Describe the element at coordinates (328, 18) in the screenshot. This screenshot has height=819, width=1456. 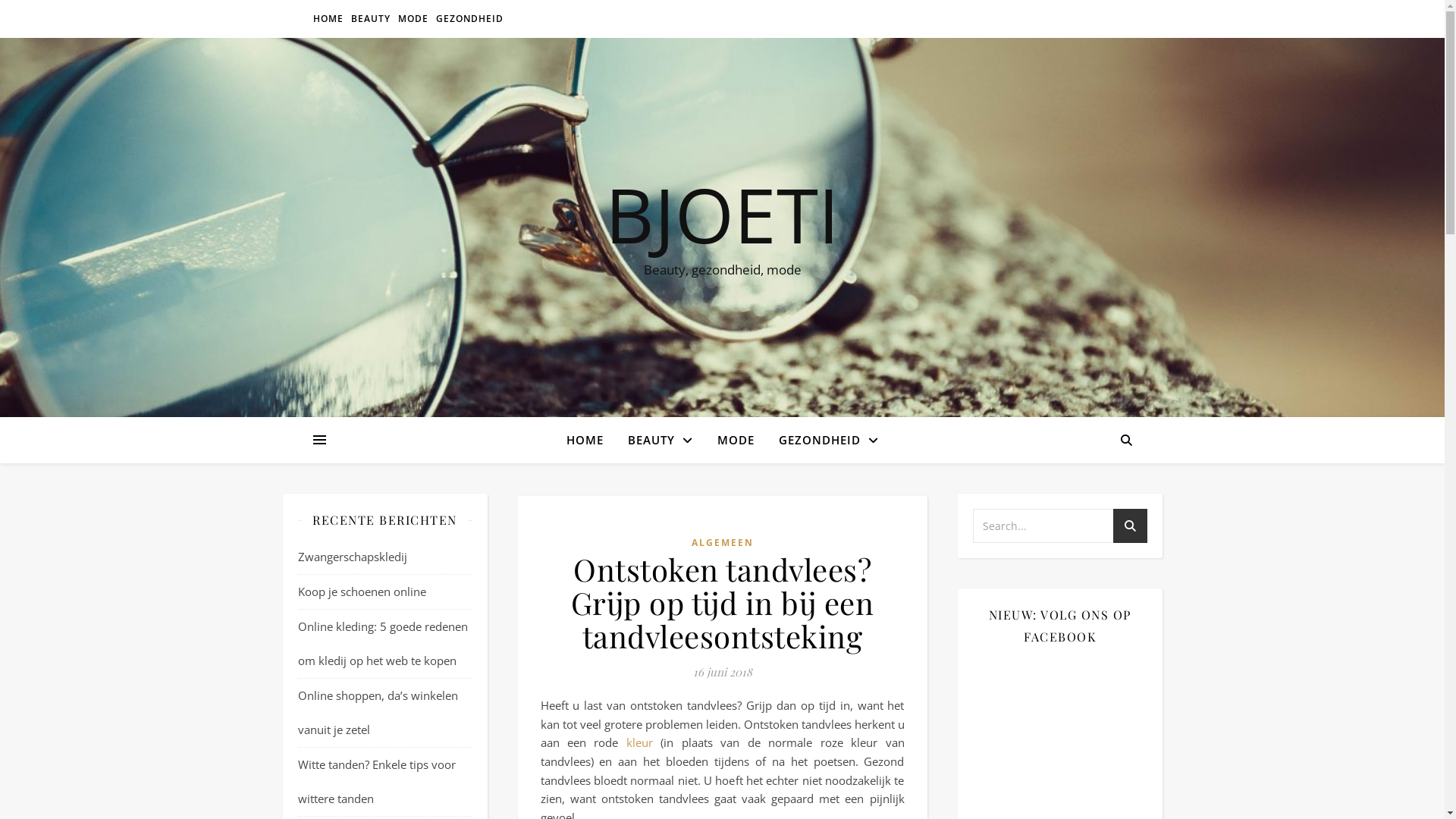
I see `'HOME'` at that location.